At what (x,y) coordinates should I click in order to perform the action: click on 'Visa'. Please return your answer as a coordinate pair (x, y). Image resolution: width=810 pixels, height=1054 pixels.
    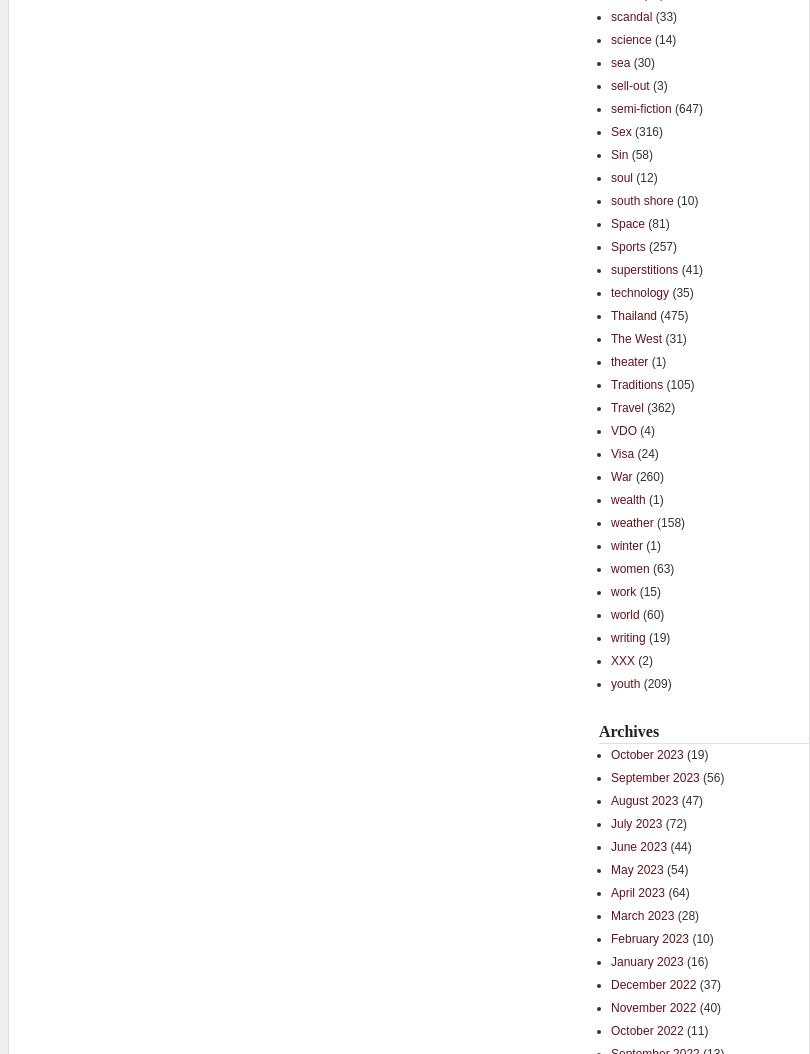
    Looking at the image, I should click on (621, 453).